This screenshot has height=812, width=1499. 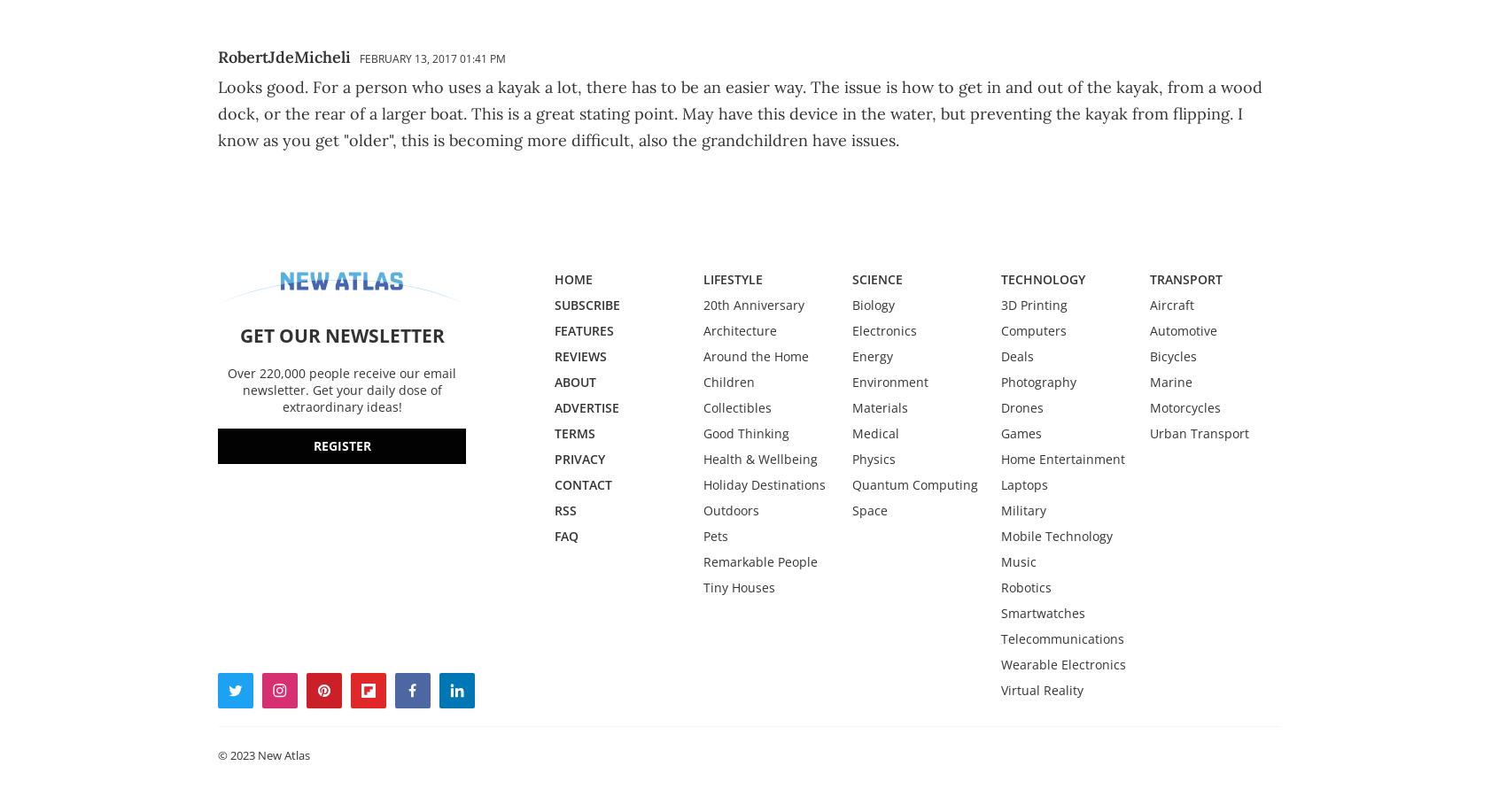 What do you see at coordinates (584, 329) in the screenshot?
I see `'FEATURES'` at bounding box center [584, 329].